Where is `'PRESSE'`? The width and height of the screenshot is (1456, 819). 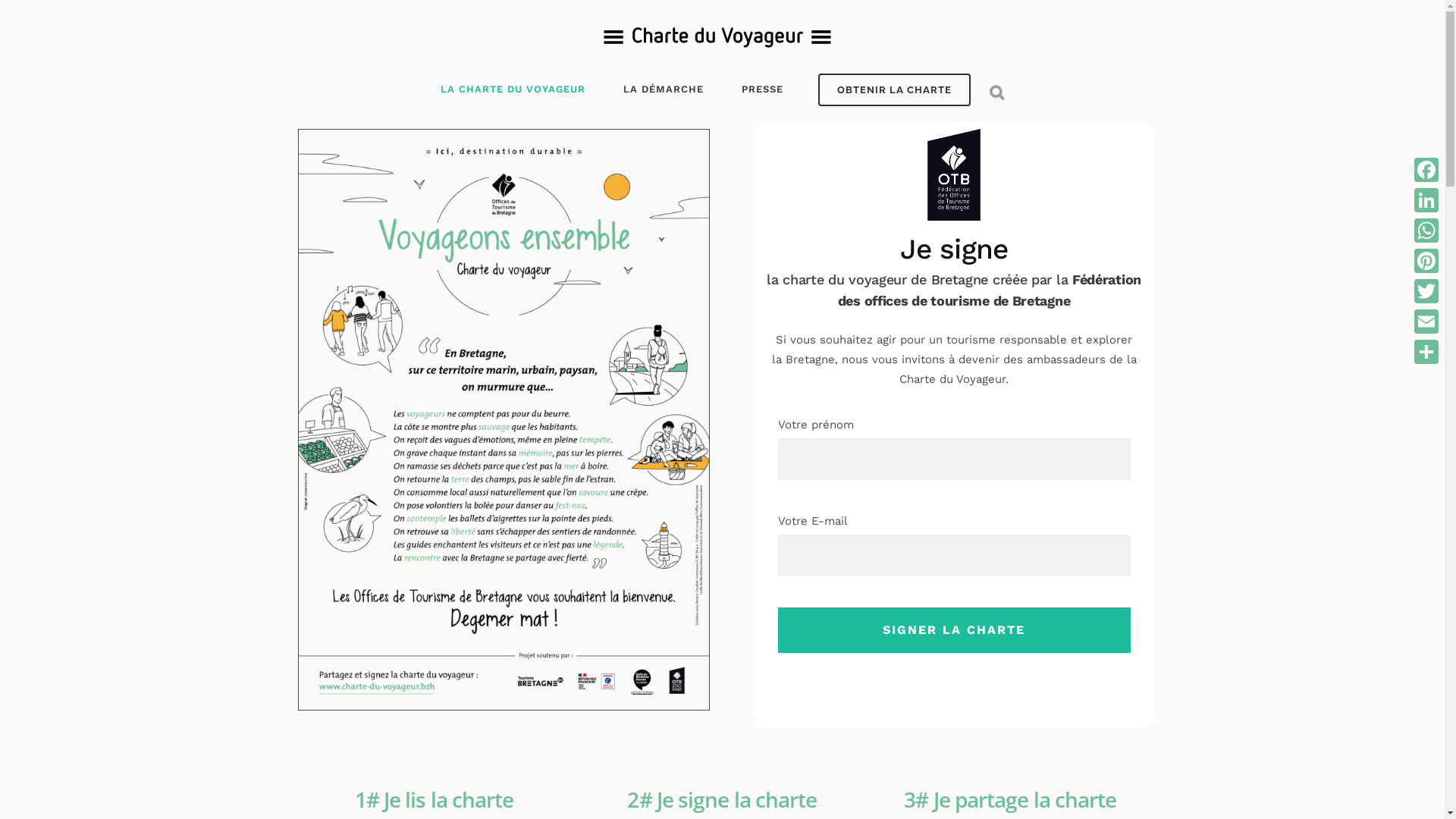
'PRESSE' is located at coordinates (761, 89).